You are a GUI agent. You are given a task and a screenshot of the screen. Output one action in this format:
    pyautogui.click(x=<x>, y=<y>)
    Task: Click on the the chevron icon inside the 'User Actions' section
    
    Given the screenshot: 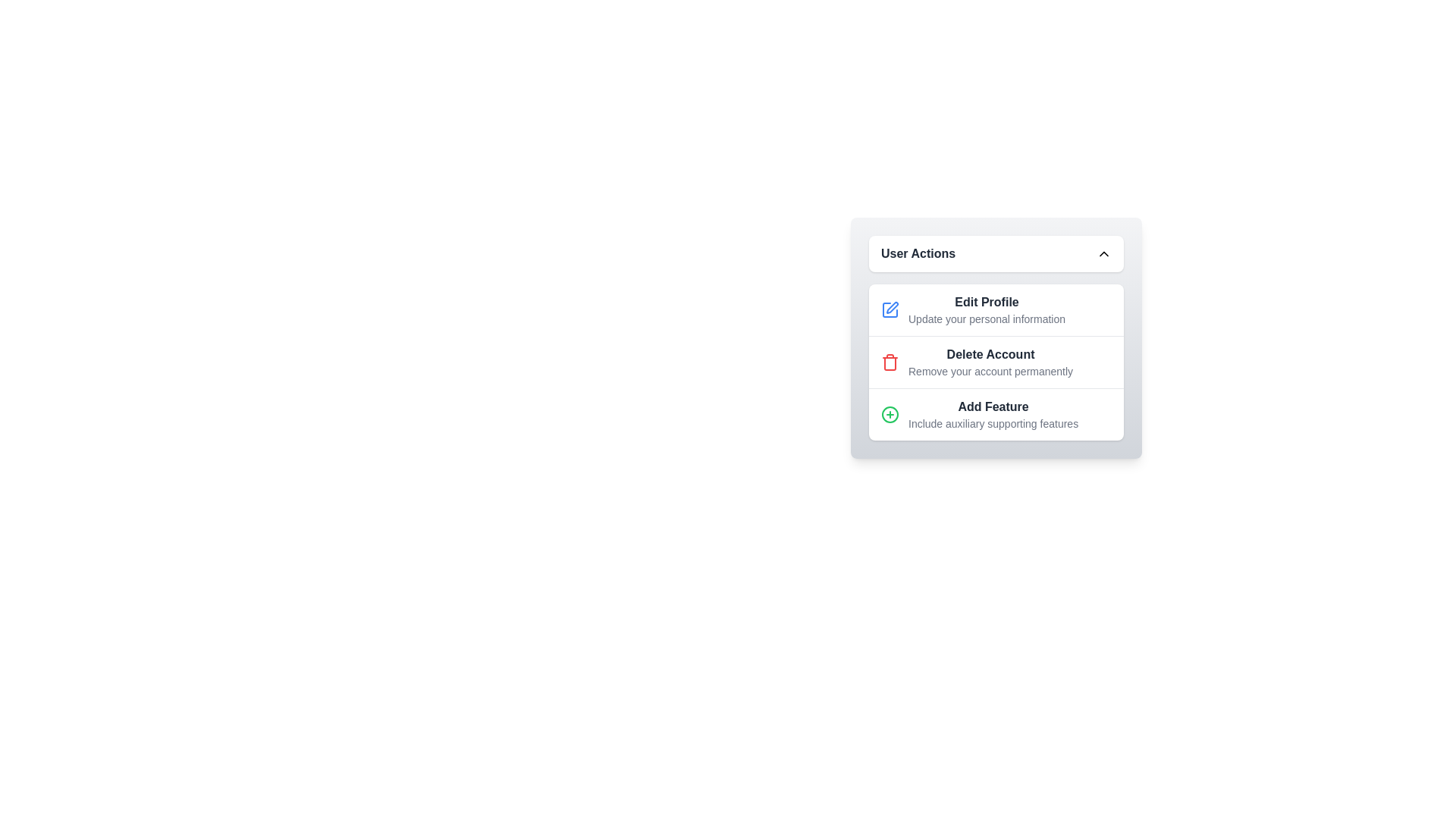 What is the action you would take?
    pyautogui.click(x=1103, y=253)
    